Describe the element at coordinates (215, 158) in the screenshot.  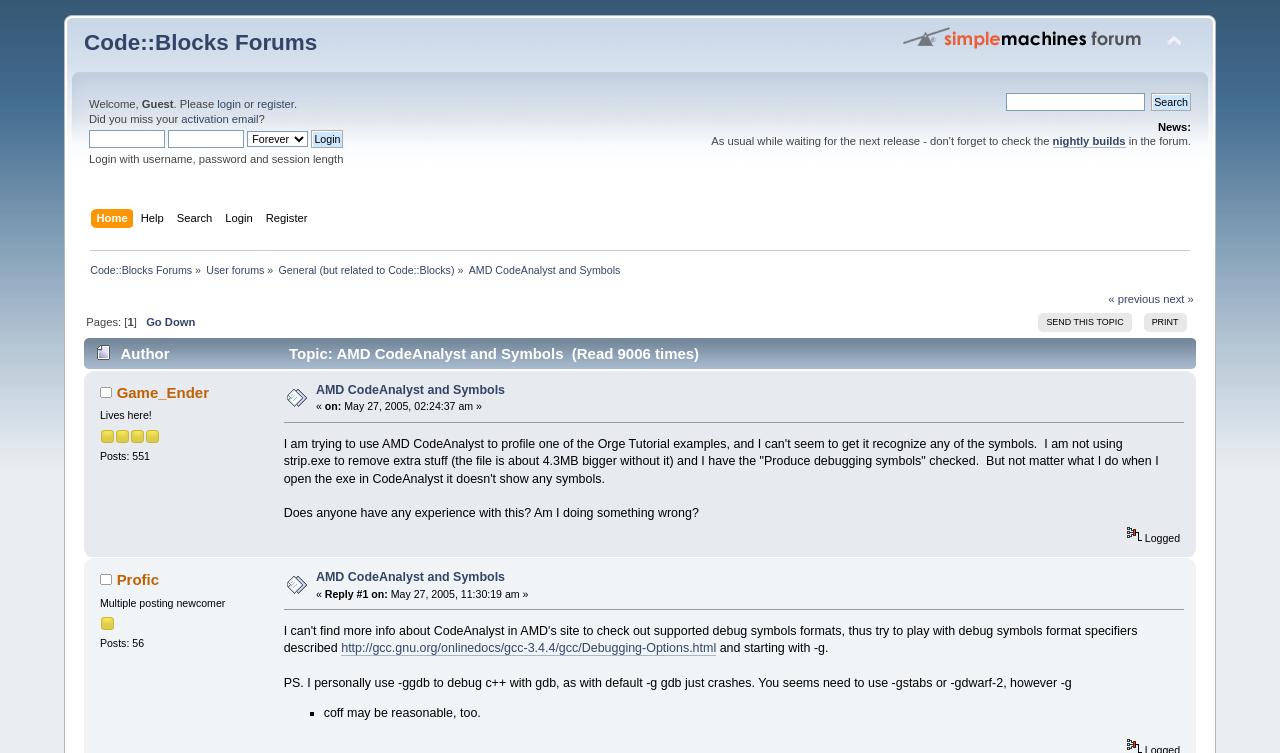
I see `'Login with username, password and session length'` at that location.